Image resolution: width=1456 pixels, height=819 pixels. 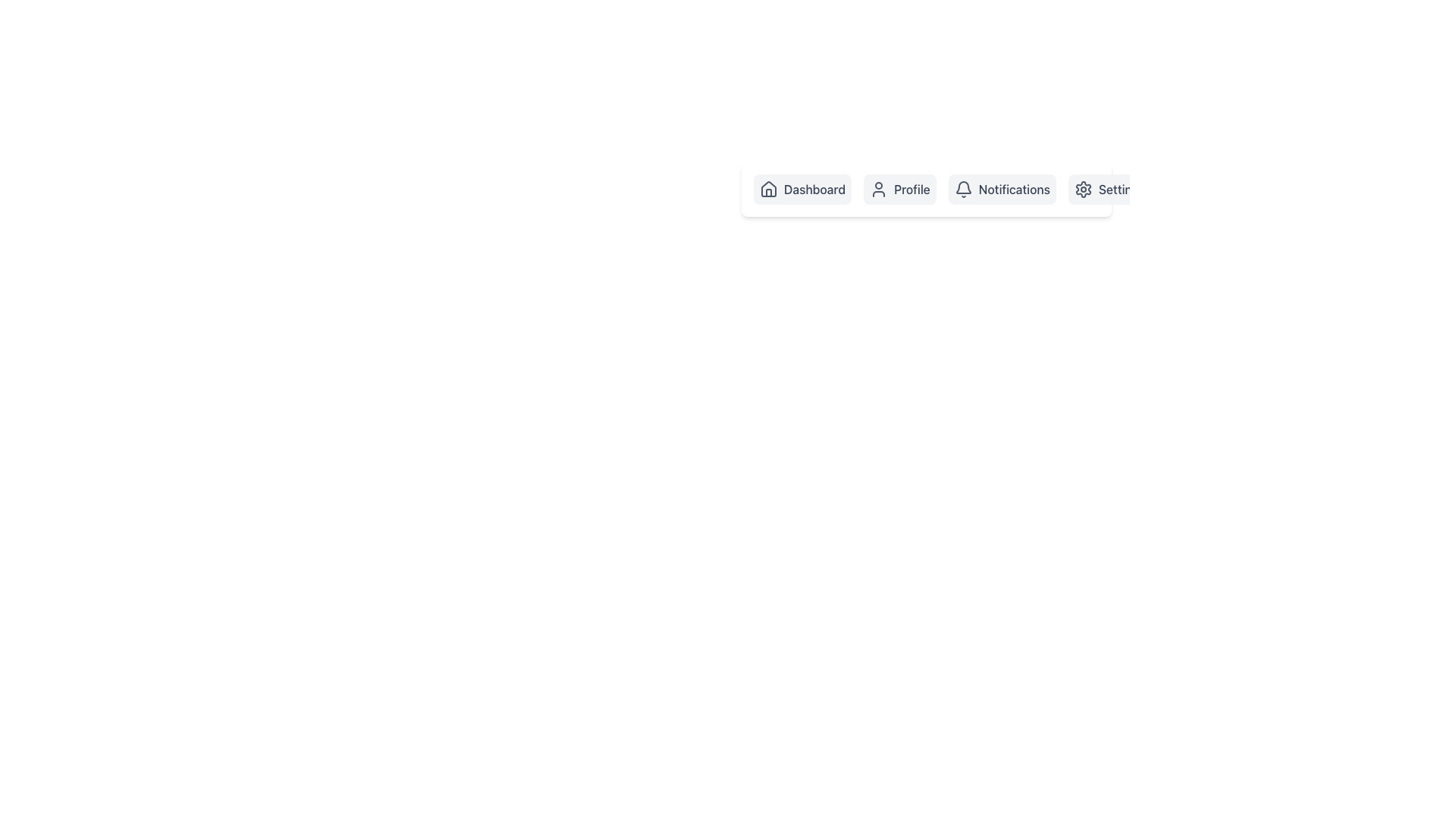 I want to click on the gear-shaped settings icon located at the far right of the navigation menu, adjacent to the notification bell icon, so click(x=1082, y=189).